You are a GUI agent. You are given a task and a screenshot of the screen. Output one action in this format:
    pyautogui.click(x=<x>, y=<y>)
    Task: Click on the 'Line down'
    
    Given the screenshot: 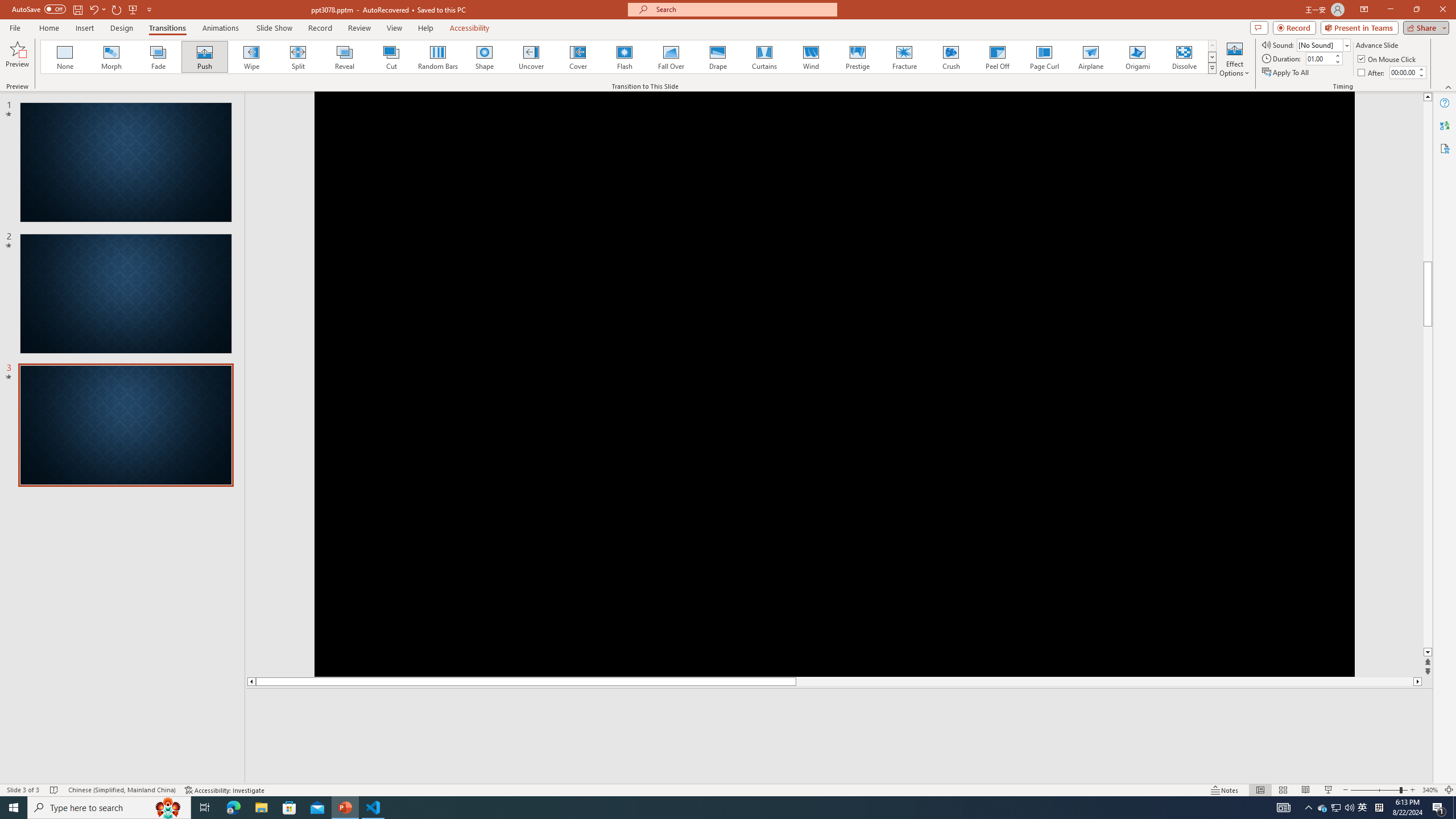 What is the action you would take?
    pyautogui.click(x=1428, y=652)
    